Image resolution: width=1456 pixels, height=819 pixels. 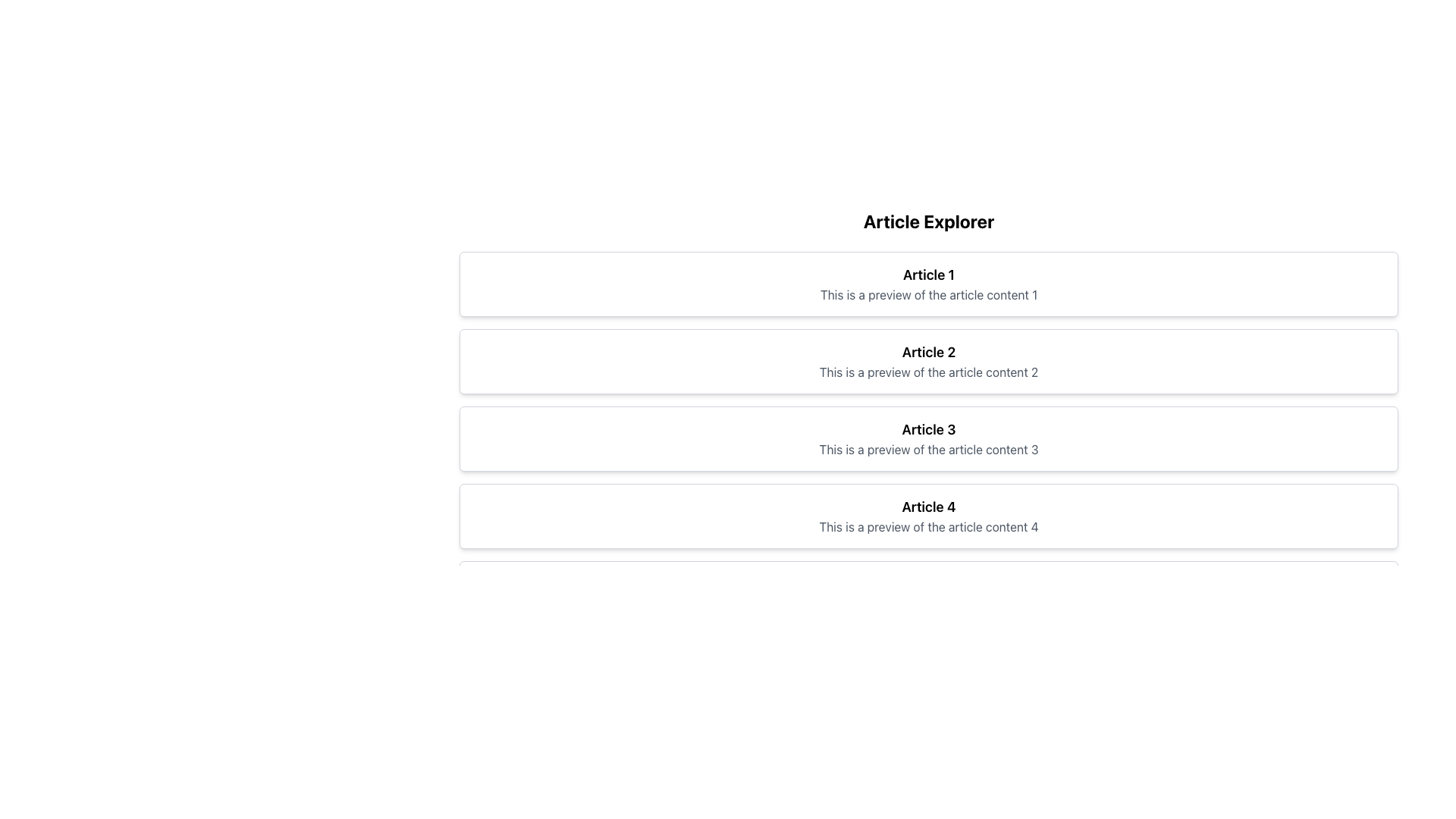 What do you see at coordinates (927, 353) in the screenshot?
I see `text label displaying 'Article 2' located at the top center of the second article card under 'Article Explorer'` at bounding box center [927, 353].